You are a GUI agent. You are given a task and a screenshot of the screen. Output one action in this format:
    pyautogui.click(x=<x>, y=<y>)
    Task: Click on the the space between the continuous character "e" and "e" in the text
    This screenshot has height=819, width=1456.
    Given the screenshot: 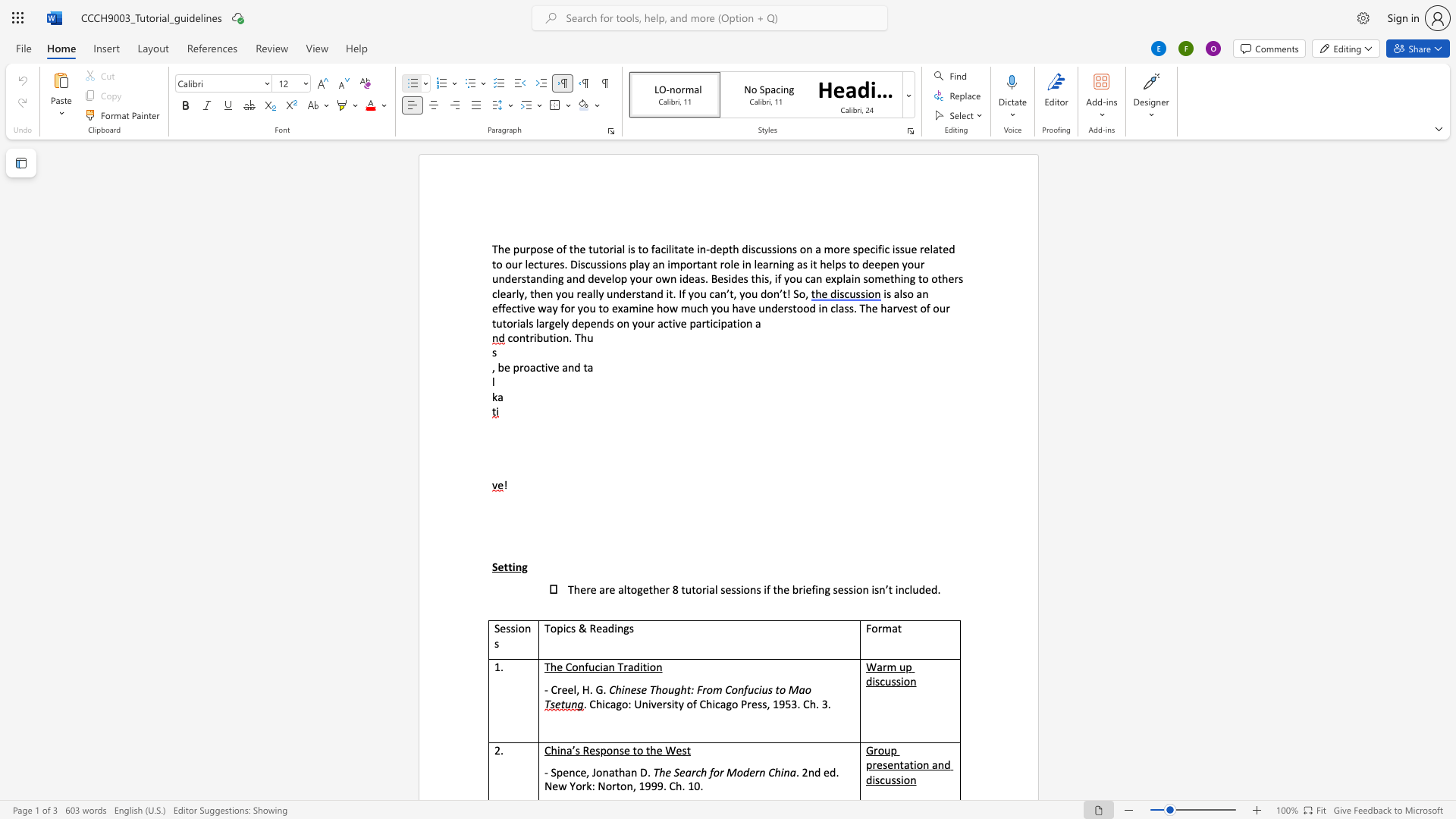 What is the action you would take?
    pyautogui.click(x=566, y=689)
    